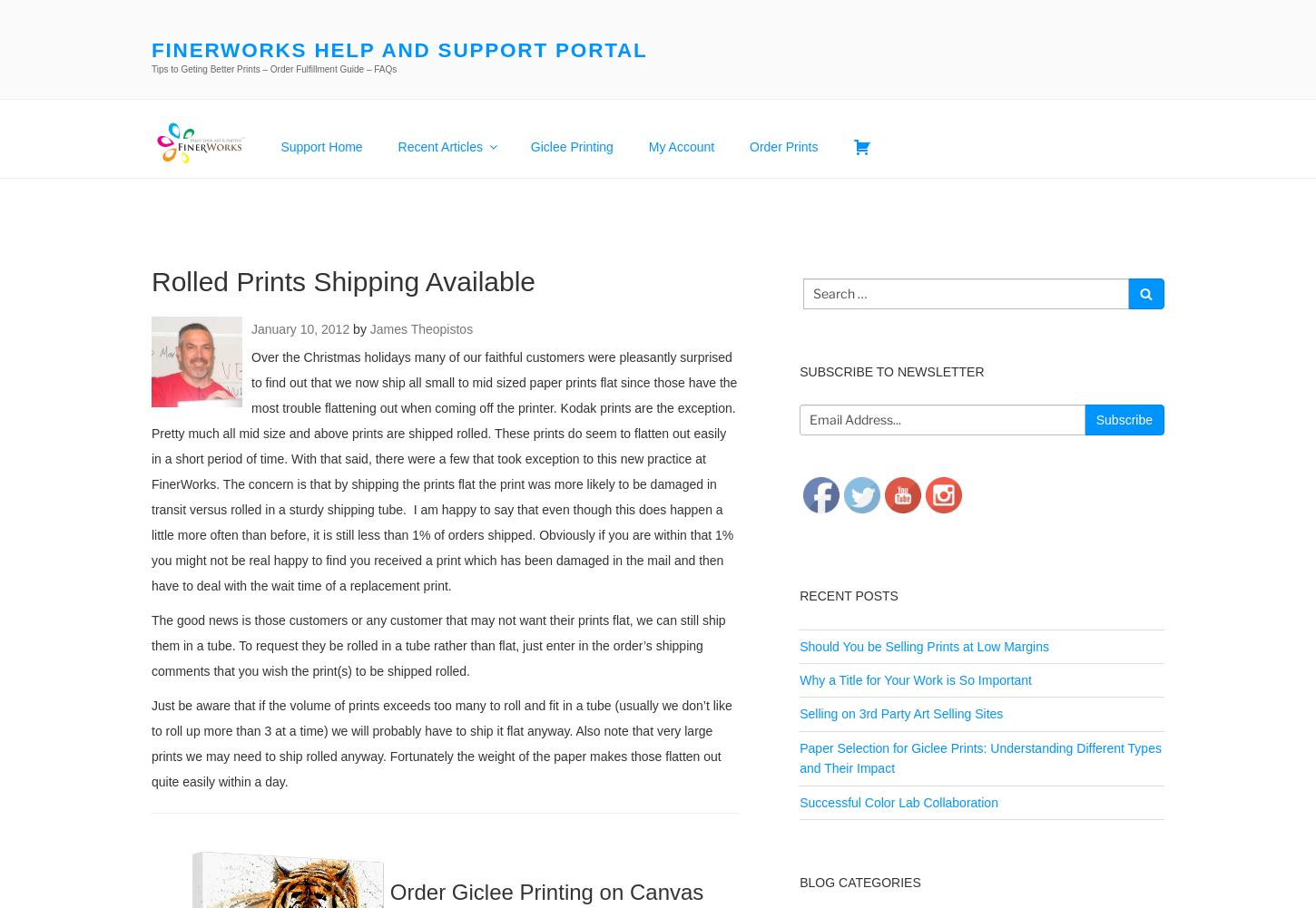 The height and width of the screenshot is (908, 1316). I want to click on 'January 10, 2012', so click(300, 327).